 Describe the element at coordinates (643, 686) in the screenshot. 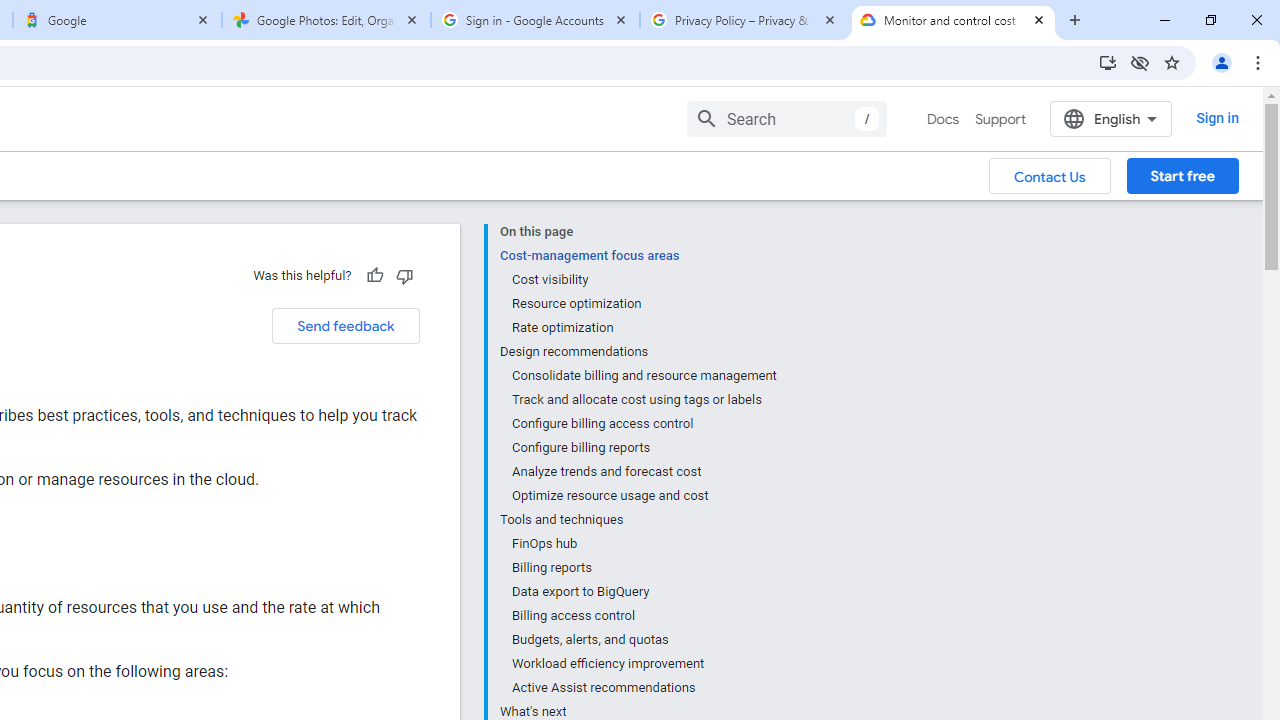

I see `'Active Assist recommendations'` at that location.